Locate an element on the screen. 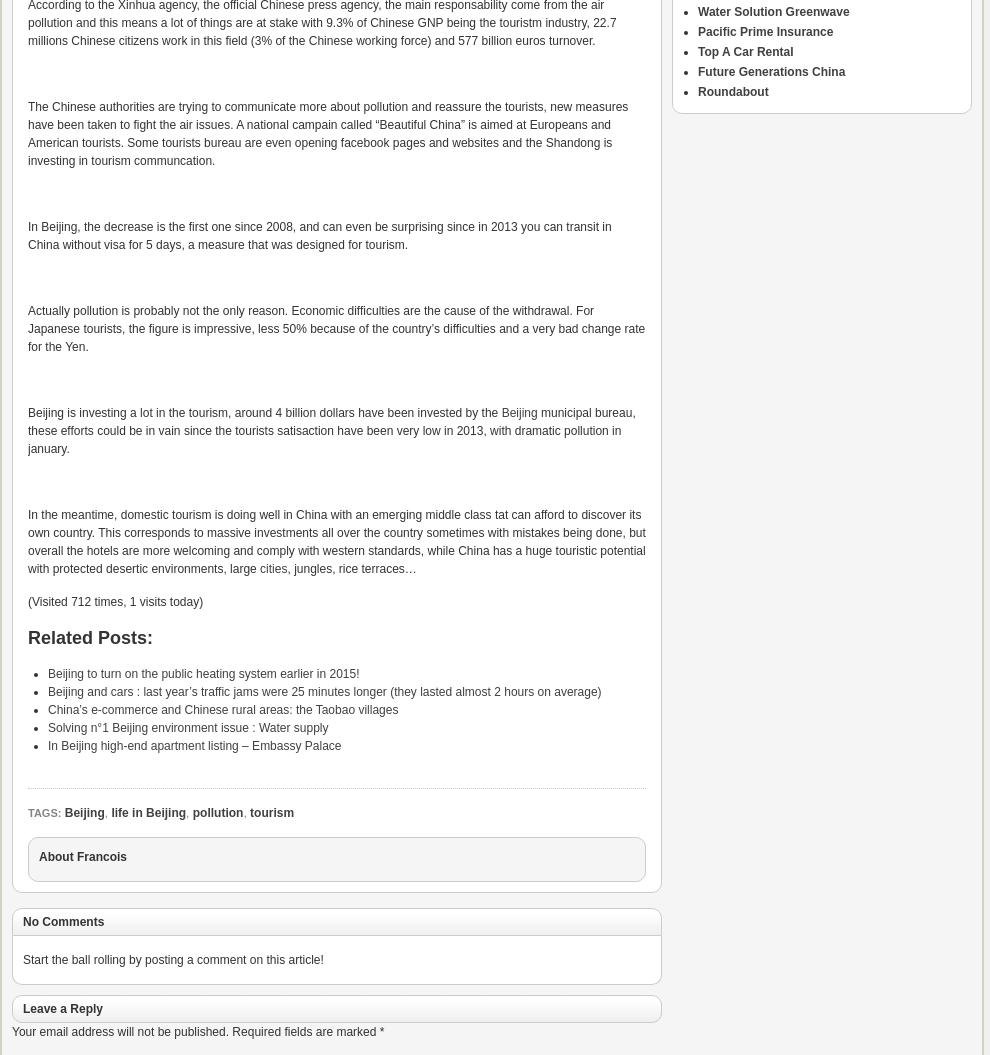  'life in Beijing' is located at coordinates (147, 811).